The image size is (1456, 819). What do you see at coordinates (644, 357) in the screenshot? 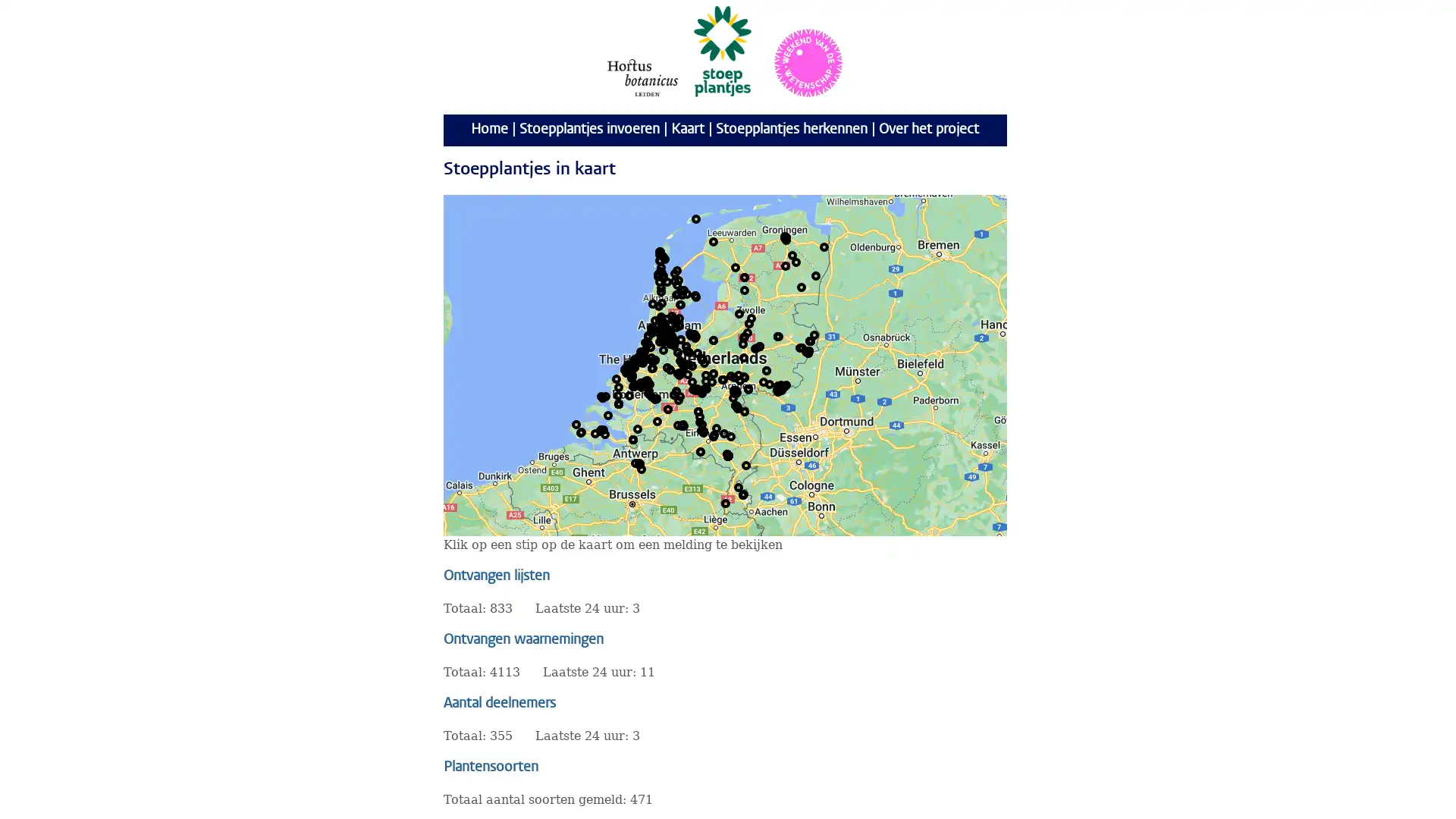
I see `Telling van Maddy op 26 juni 2022` at bounding box center [644, 357].